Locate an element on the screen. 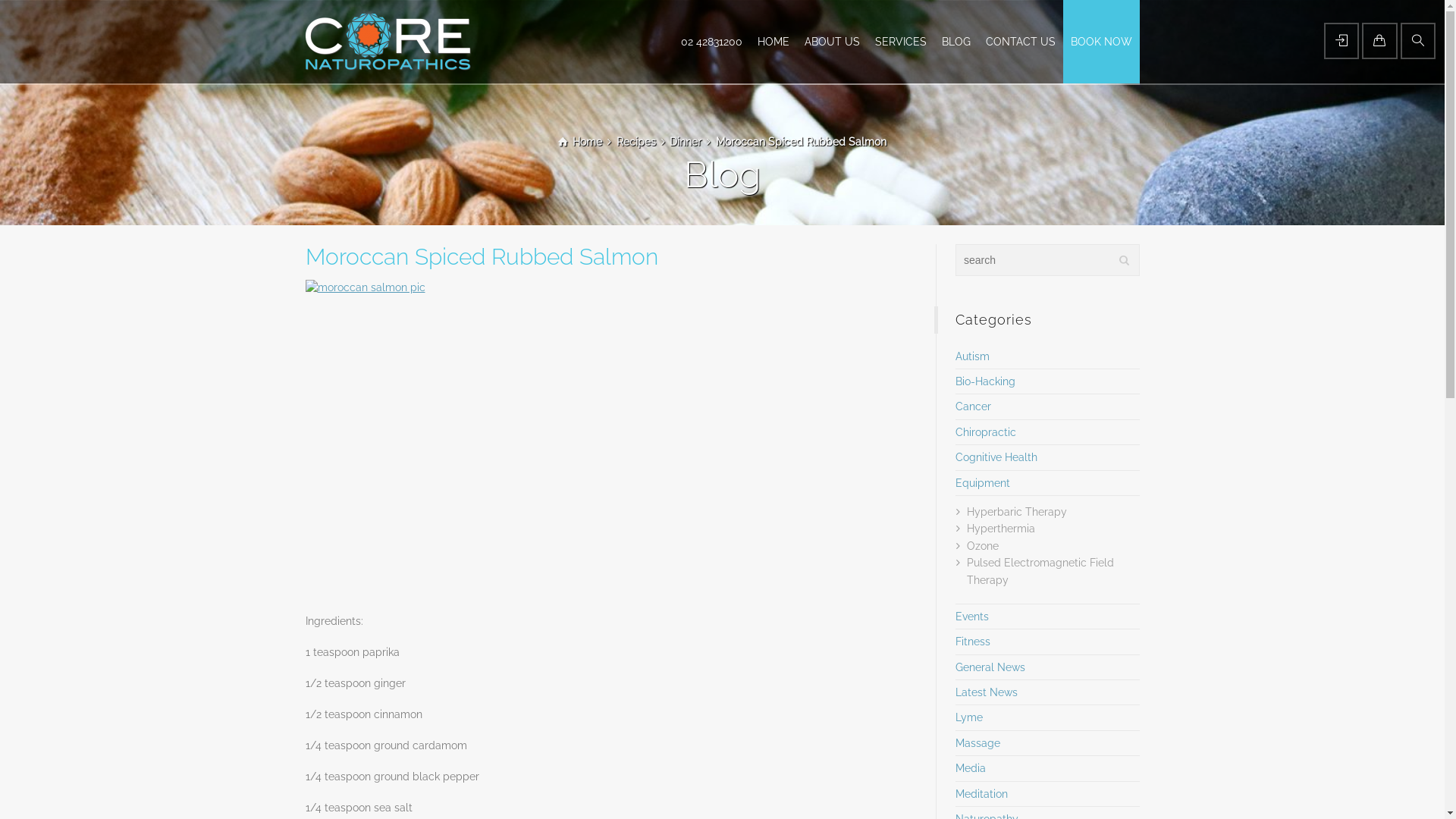 Image resolution: width=1456 pixels, height=819 pixels. 'Login' is located at coordinates (1341, 40).